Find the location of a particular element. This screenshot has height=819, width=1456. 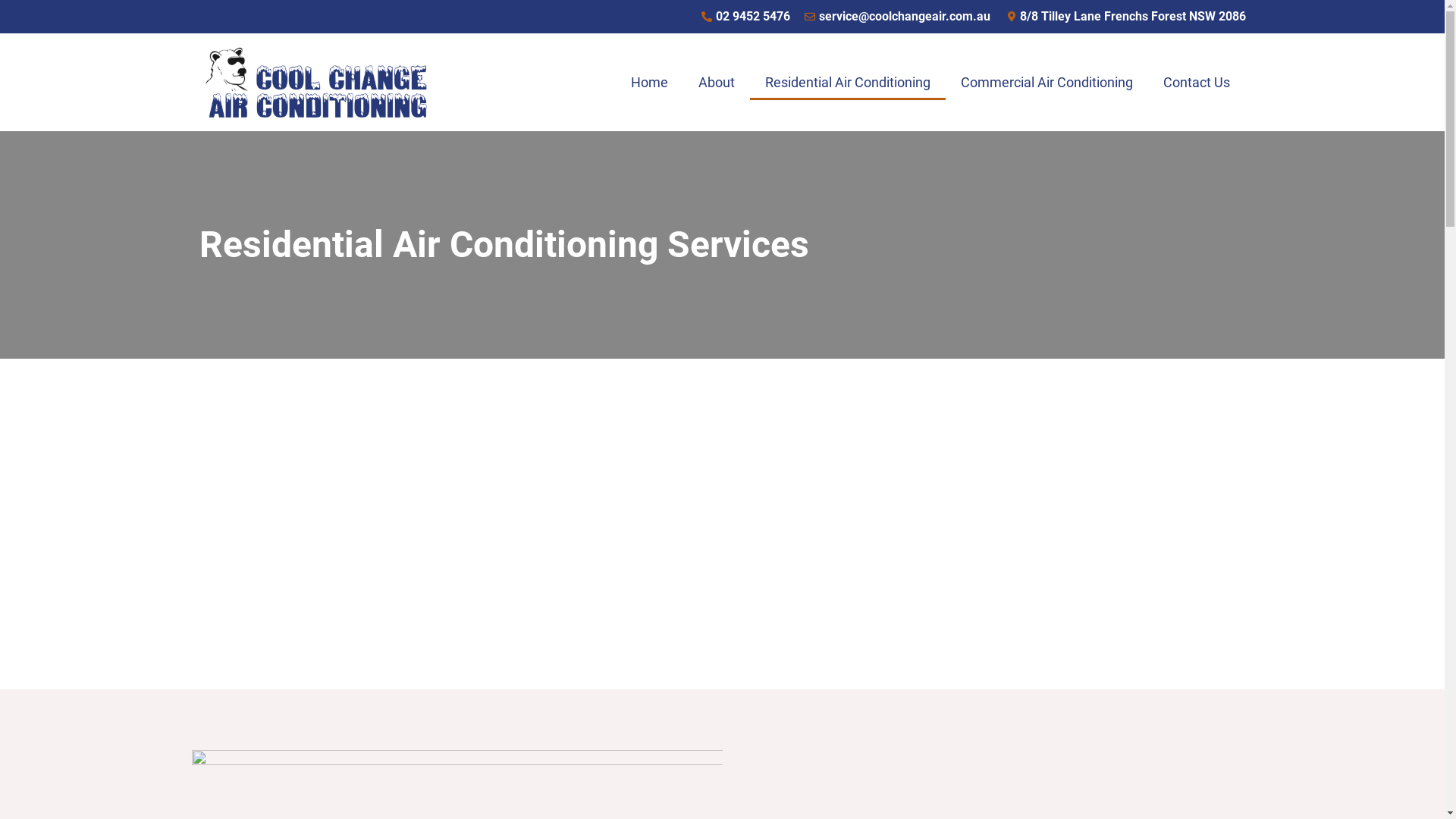

'service@coolchangeair.com.au' is located at coordinates (896, 17).